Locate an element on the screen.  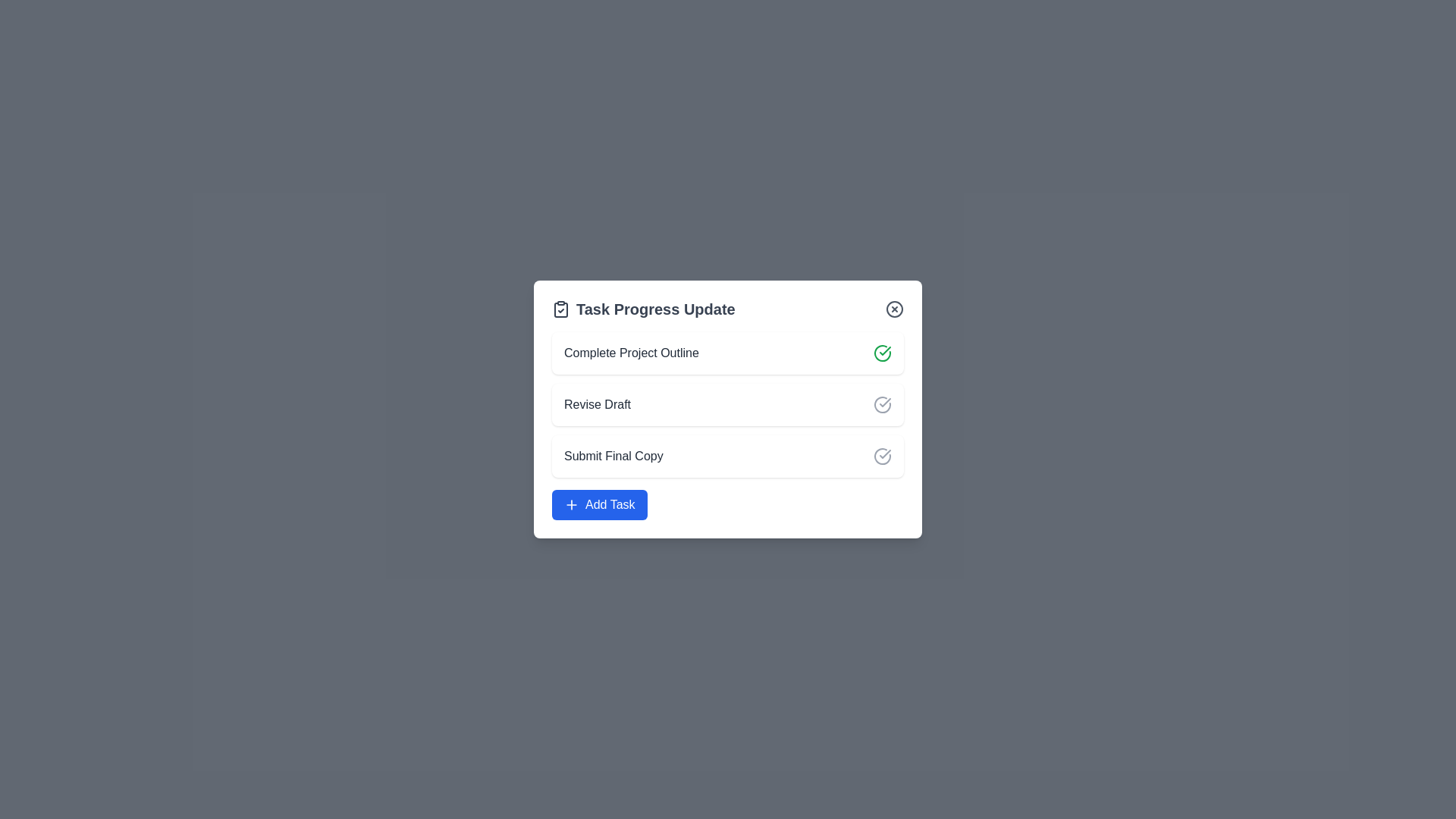
the clipboard with checkmark icon located in the header of the 'Task Progress Update' card, positioned at the far-left end of the text is located at coordinates (560, 309).